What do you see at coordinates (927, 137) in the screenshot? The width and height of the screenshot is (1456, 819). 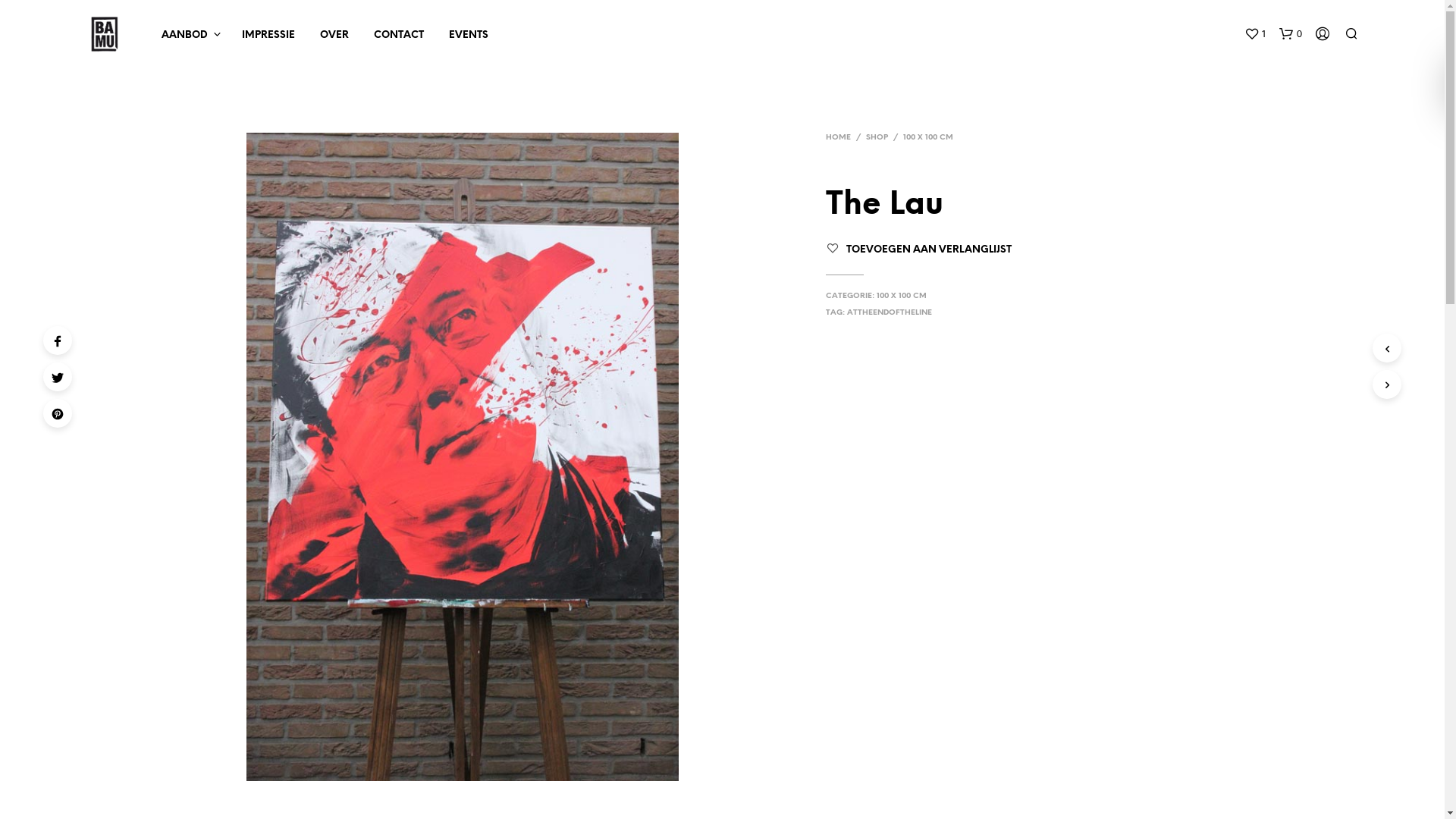 I see `'100 X 100 CM'` at bounding box center [927, 137].